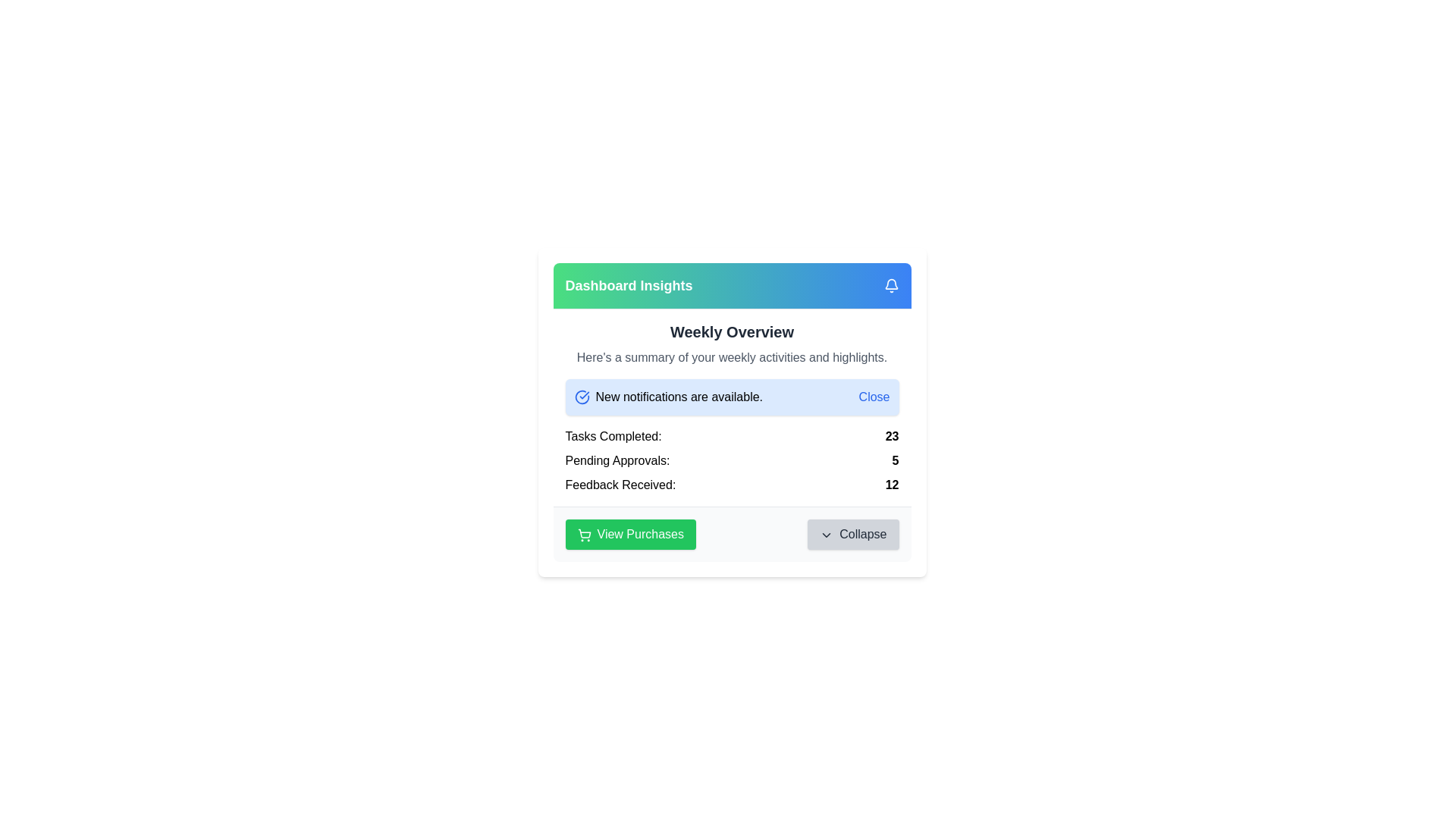 The width and height of the screenshot is (1456, 819). What do you see at coordinates (617, 460) in the screenshot?
I see `text label 'Pending Approvals:' located under the 'Weekly Overview' section, which indicates the number of pending approvals` at bounding box center [617, 460].